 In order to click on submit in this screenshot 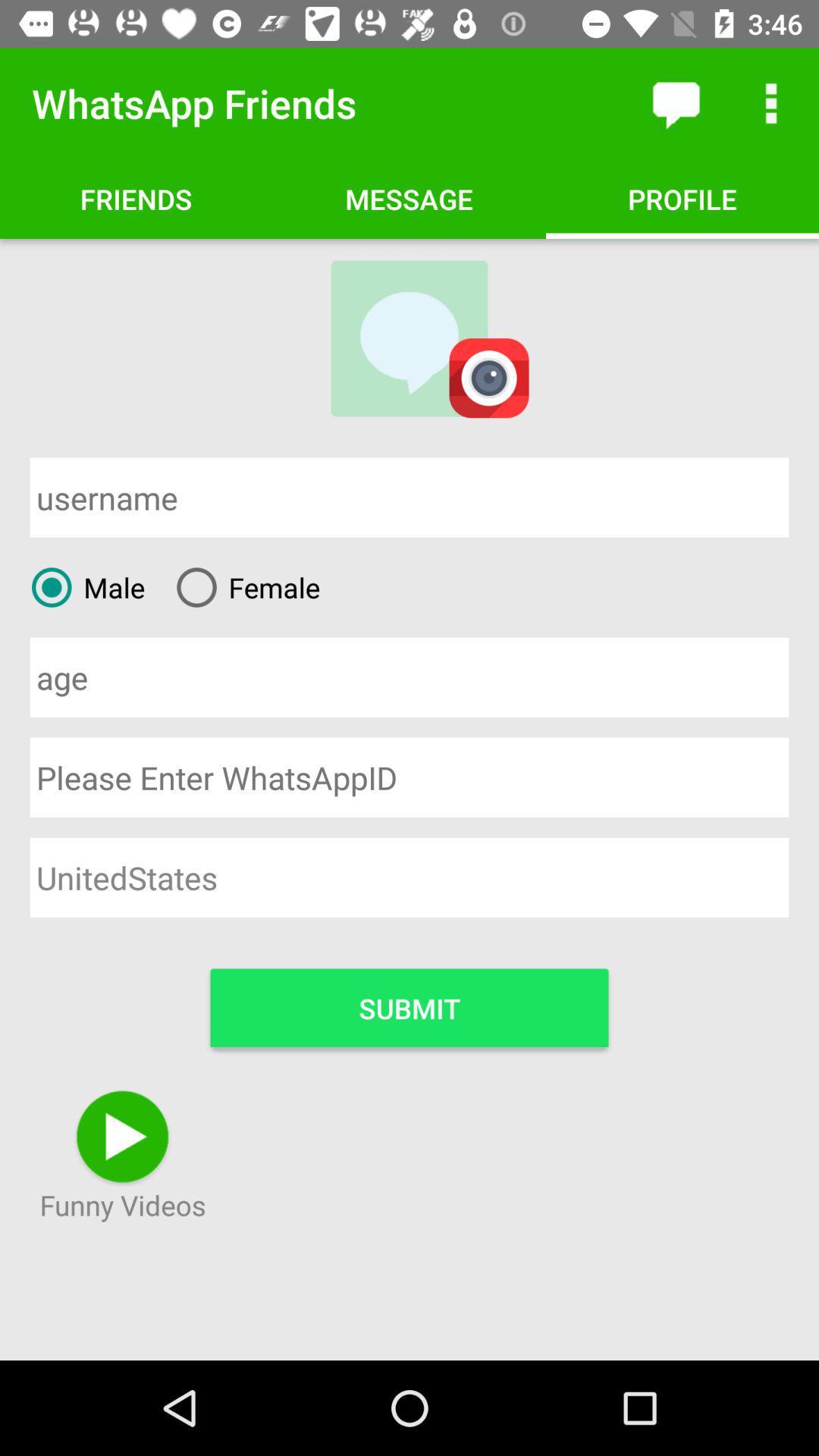, I will do `click(409, 1007)`.